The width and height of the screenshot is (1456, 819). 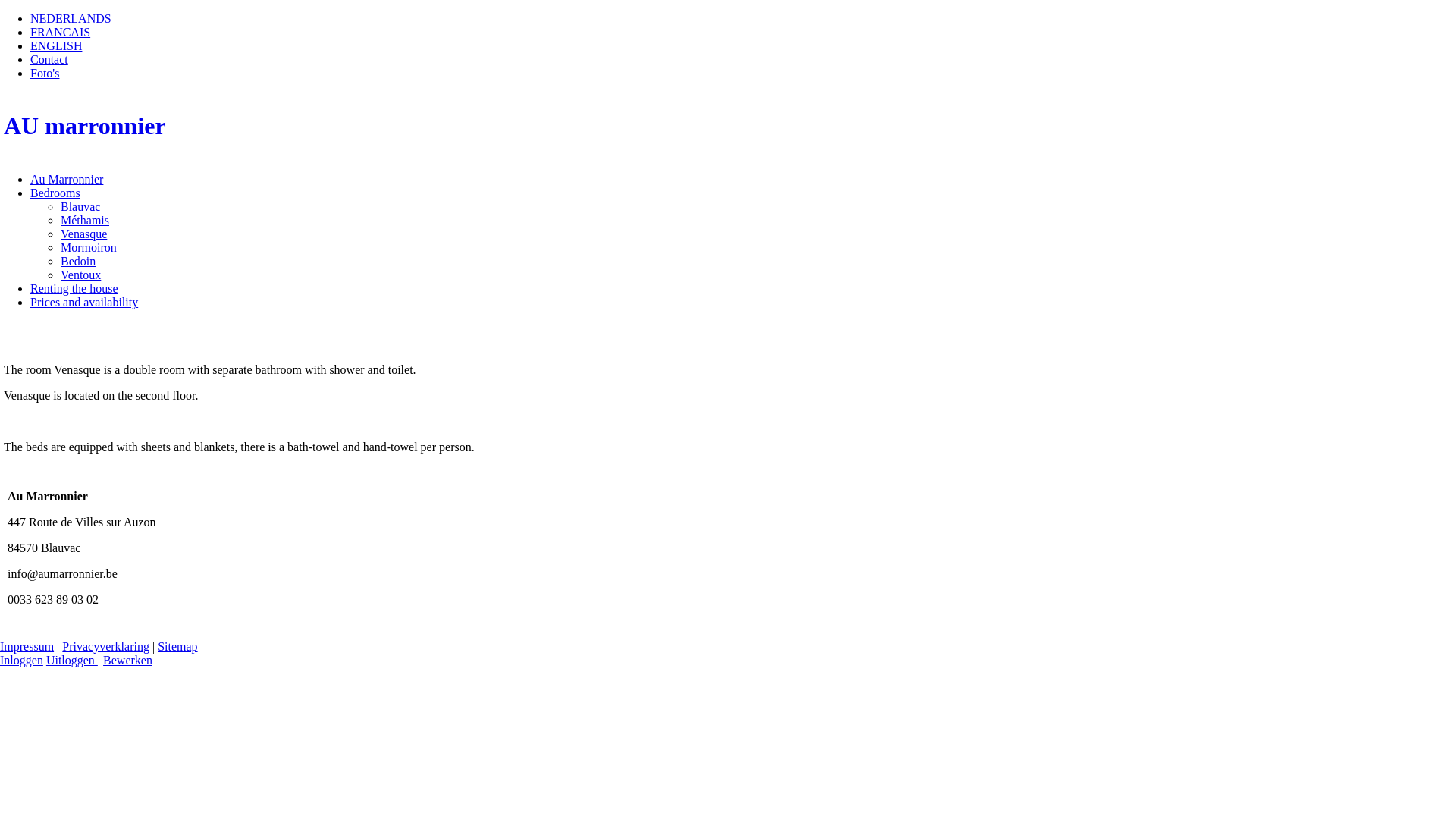 What do you see at coordinates (73, 288) in the screenshot?
I see `'Renting the house'` at bounding box center [73, 288].